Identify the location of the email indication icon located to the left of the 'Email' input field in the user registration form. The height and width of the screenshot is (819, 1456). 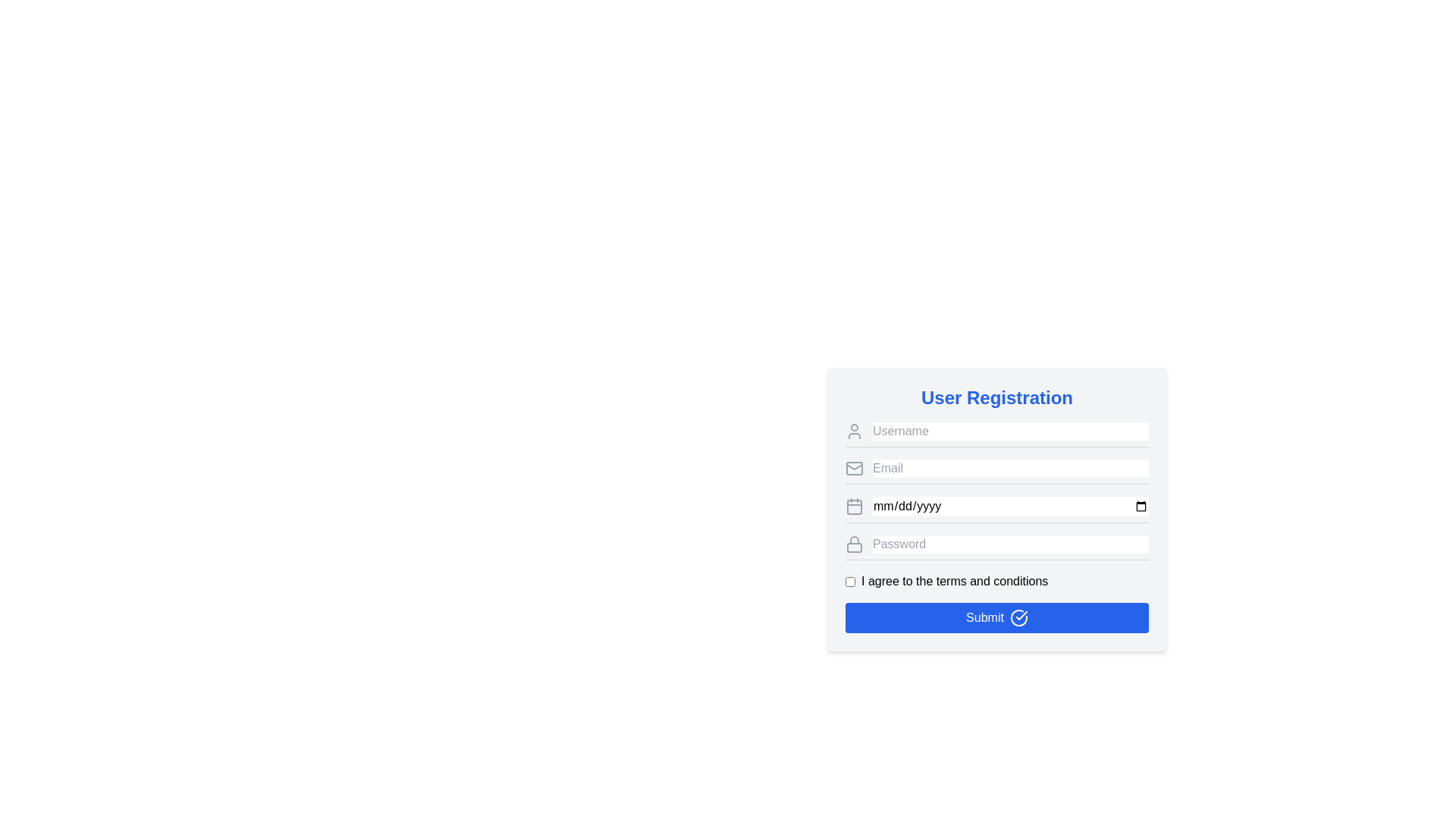
(855, 467).